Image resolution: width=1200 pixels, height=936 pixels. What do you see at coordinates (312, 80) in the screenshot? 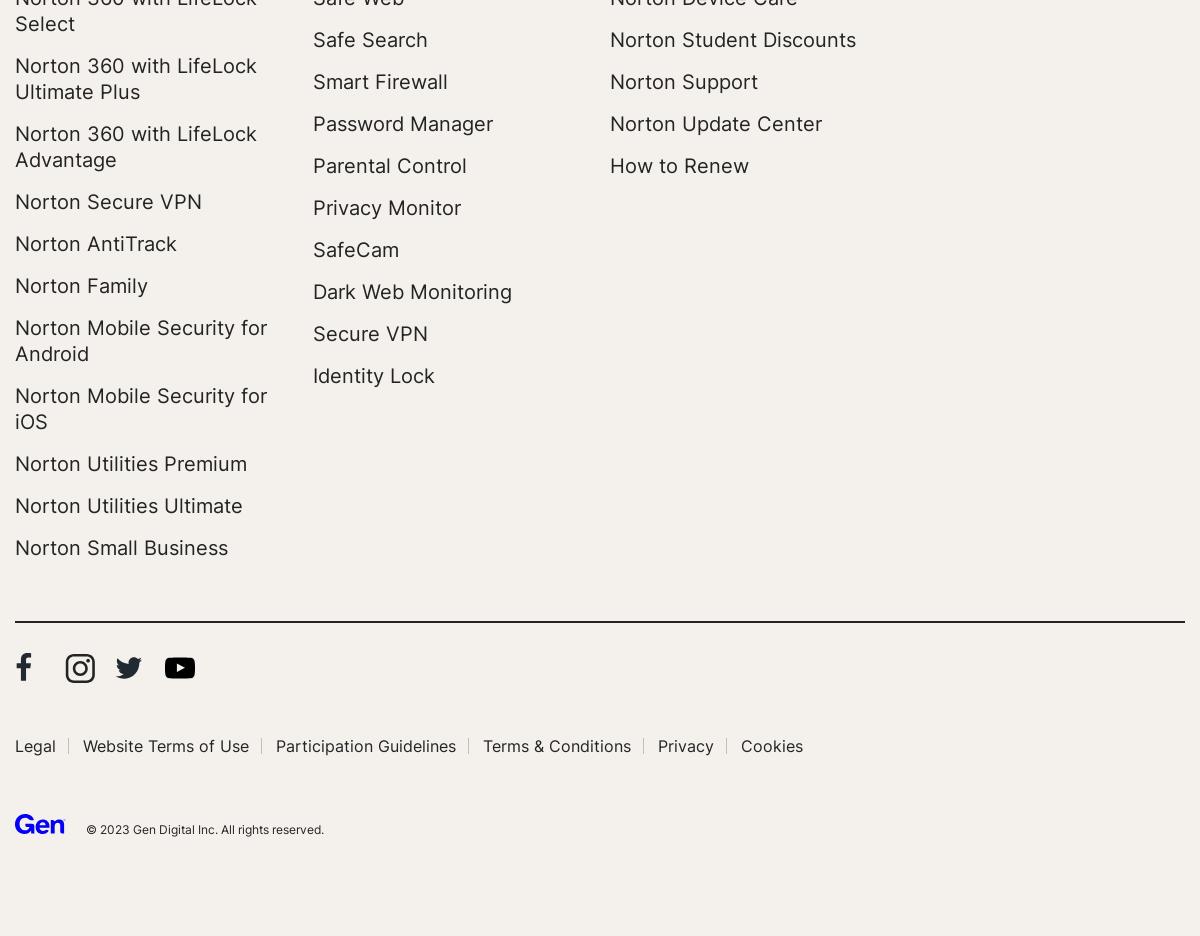
I see `'Smart Firewall'` at bounding box center [312, 80].